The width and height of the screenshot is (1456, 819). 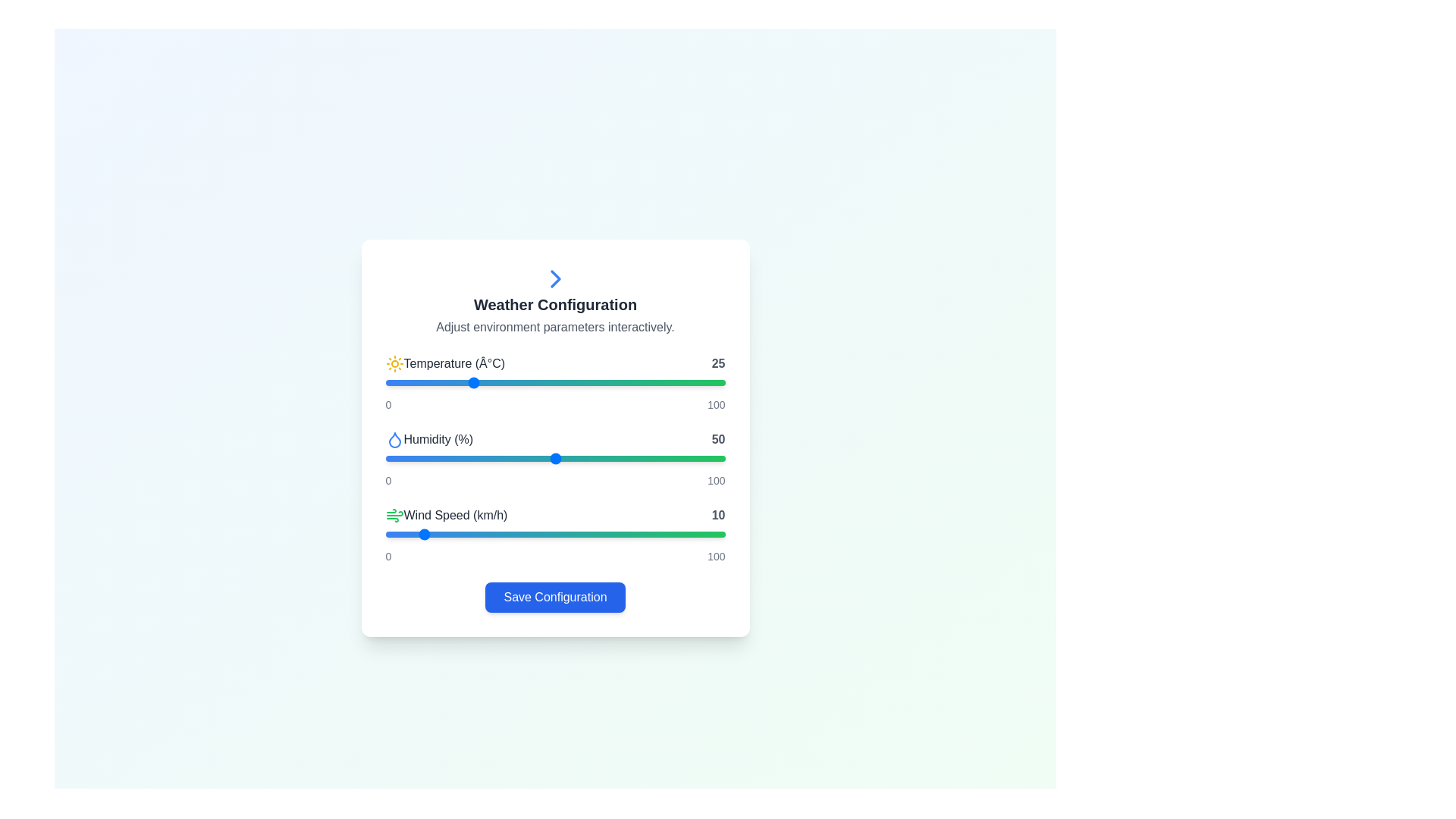 What do you see at coordinates (644, 382) in the screenshot?
I see `temperature` at bounding box center [644, 382].